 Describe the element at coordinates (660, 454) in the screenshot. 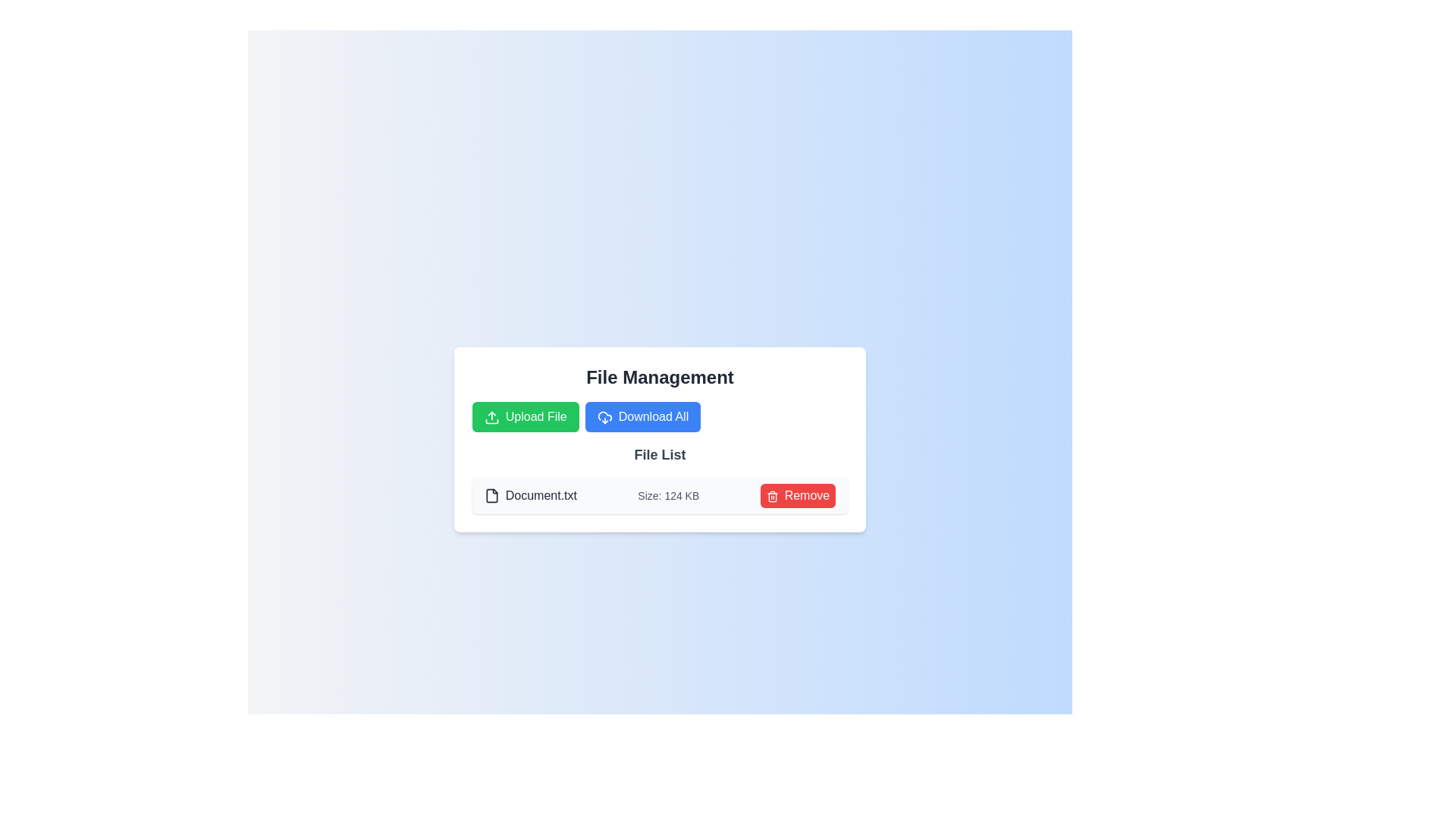

I see `the text label that serves as a heading for the section indicating the content or purpose of the section, which is located underneath the 'Upload File' and 'Download All' buttons, and above the list of files` at that location.